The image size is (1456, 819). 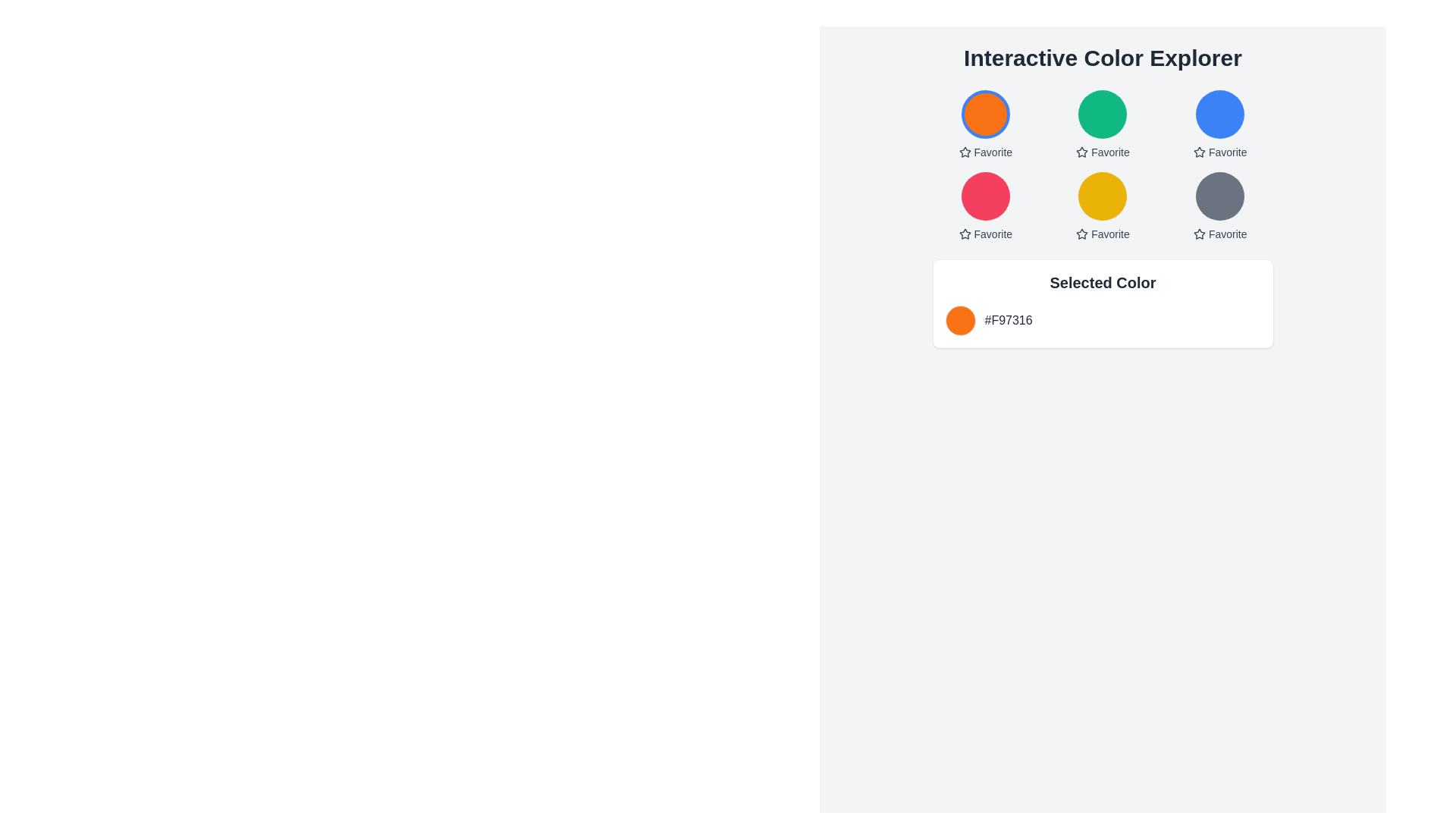 What do you see at coordinates (964, 234) in the screenshot?
I see `the star-shaped outline icon located in the first column of the second row in the grid, which is associated with the 'Favorite' text` at bounding box center [964, 234].